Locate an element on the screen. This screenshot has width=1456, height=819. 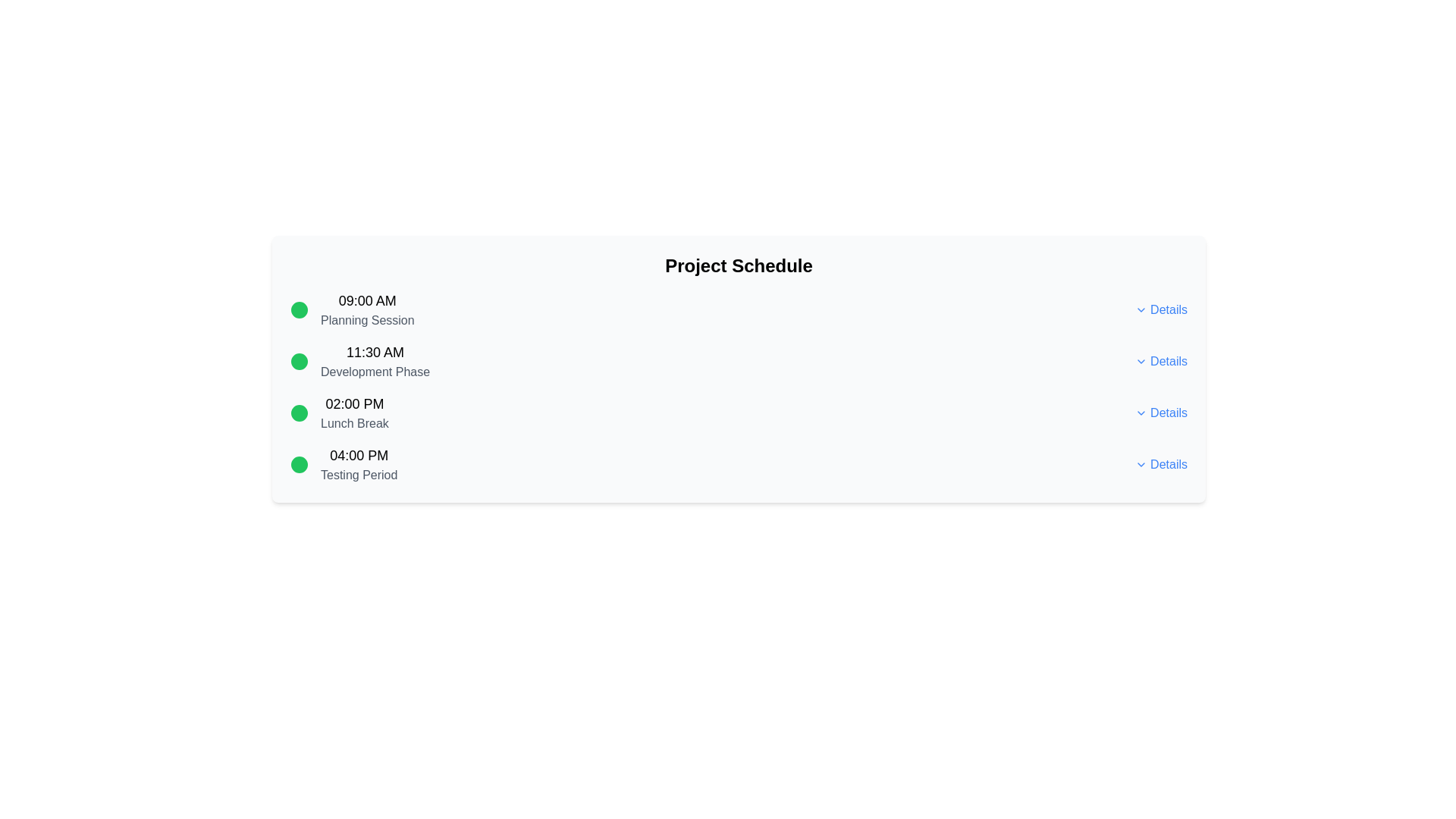
the text label displaying 'Lunch Break' in gray font, located beneath '02:00 PM' in the schedule list is located at coordinates (353, 424).